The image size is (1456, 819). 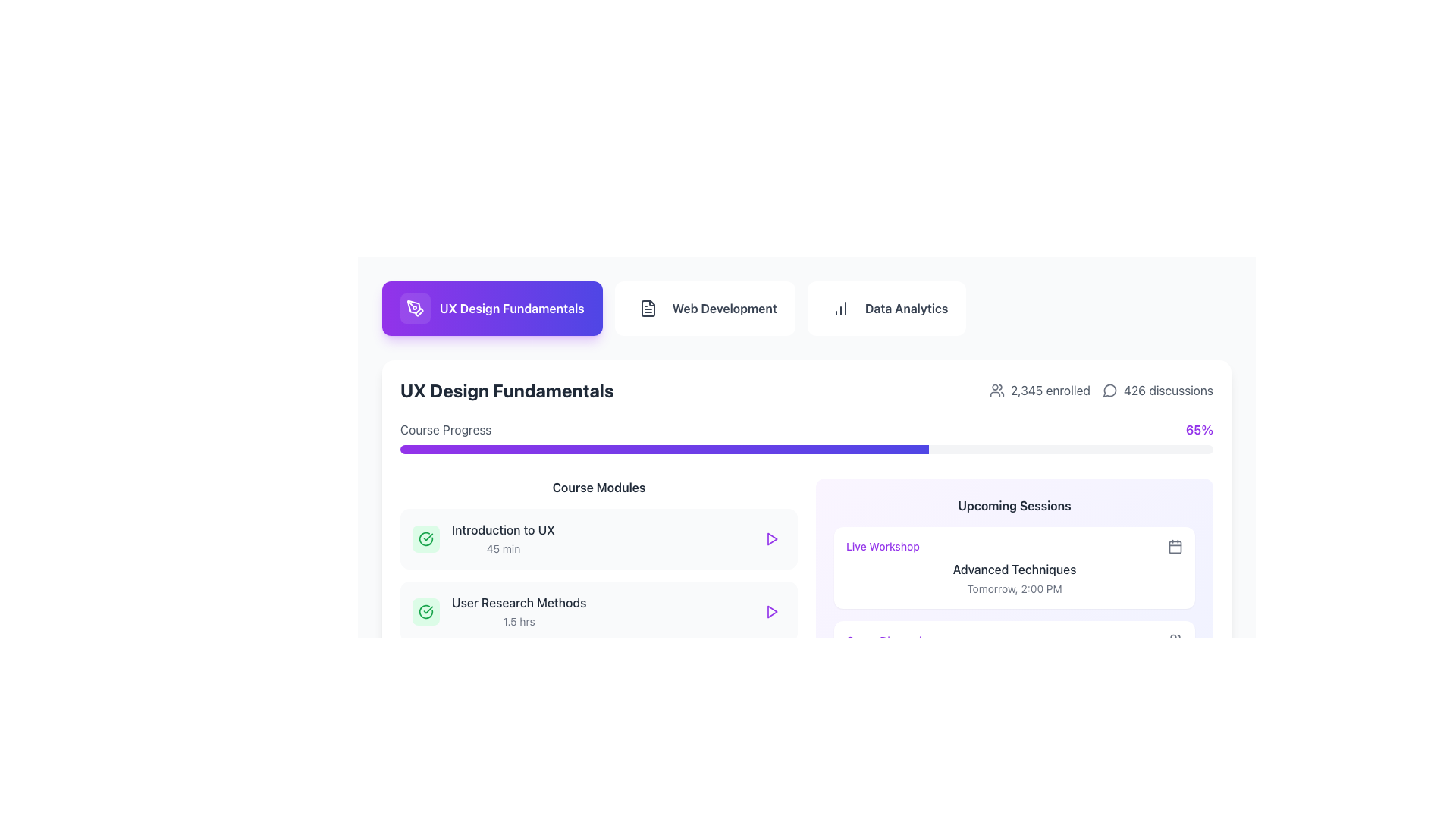 I want to click on the button labeled 'UX Design Fundamentals', which is the first button in a horizontal list with a gradient background from purple to blue and contains a pen tool icon, so click(x=492, y=308).